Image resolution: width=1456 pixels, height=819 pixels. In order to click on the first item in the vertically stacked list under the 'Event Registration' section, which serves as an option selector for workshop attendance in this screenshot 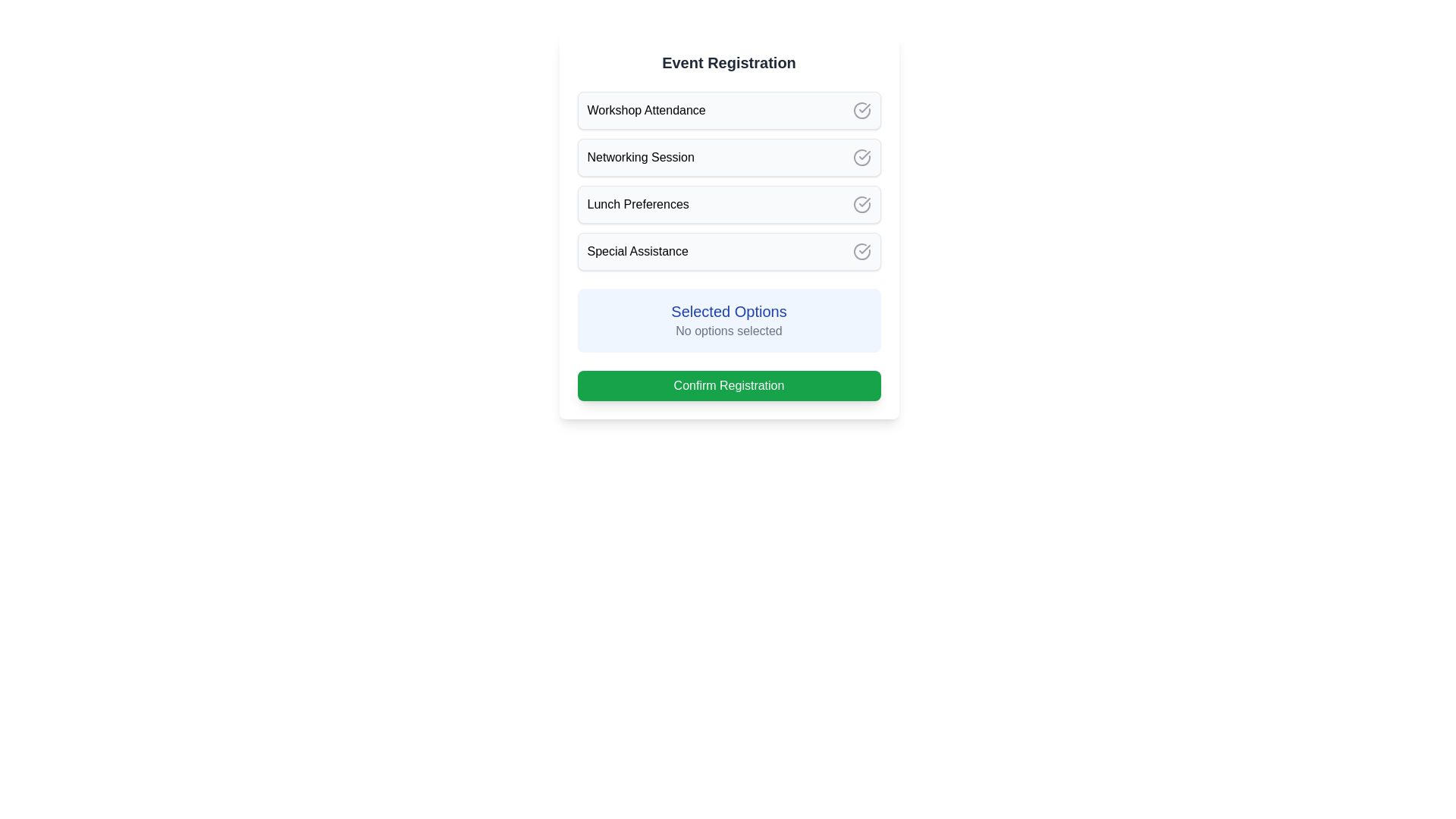, I will do `click(729, 110)`.